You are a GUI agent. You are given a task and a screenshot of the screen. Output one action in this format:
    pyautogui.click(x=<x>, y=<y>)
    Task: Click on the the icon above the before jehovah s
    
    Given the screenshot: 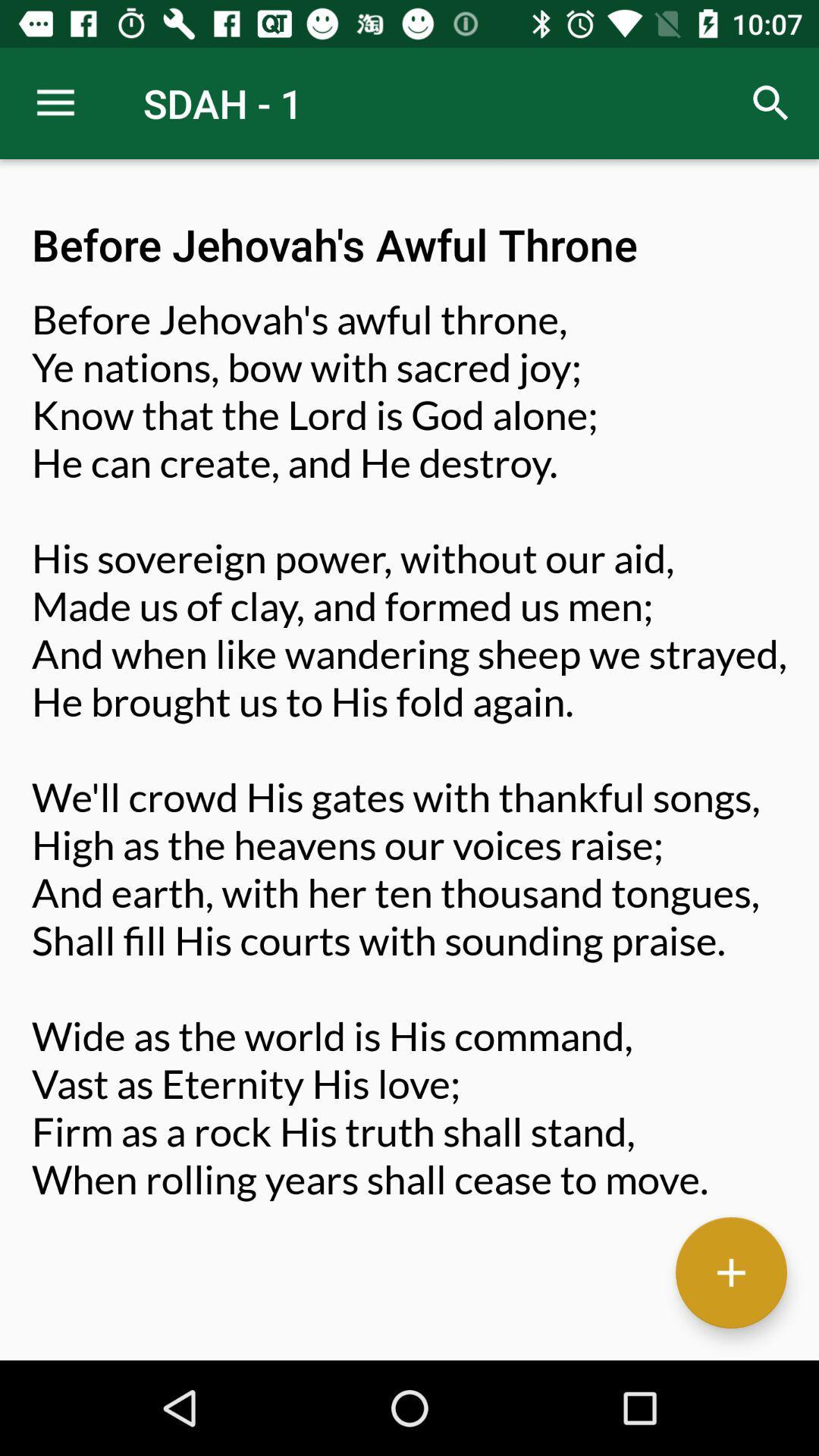 What is the action you would take?
    pyautogui.click(x=771, y=102)
    